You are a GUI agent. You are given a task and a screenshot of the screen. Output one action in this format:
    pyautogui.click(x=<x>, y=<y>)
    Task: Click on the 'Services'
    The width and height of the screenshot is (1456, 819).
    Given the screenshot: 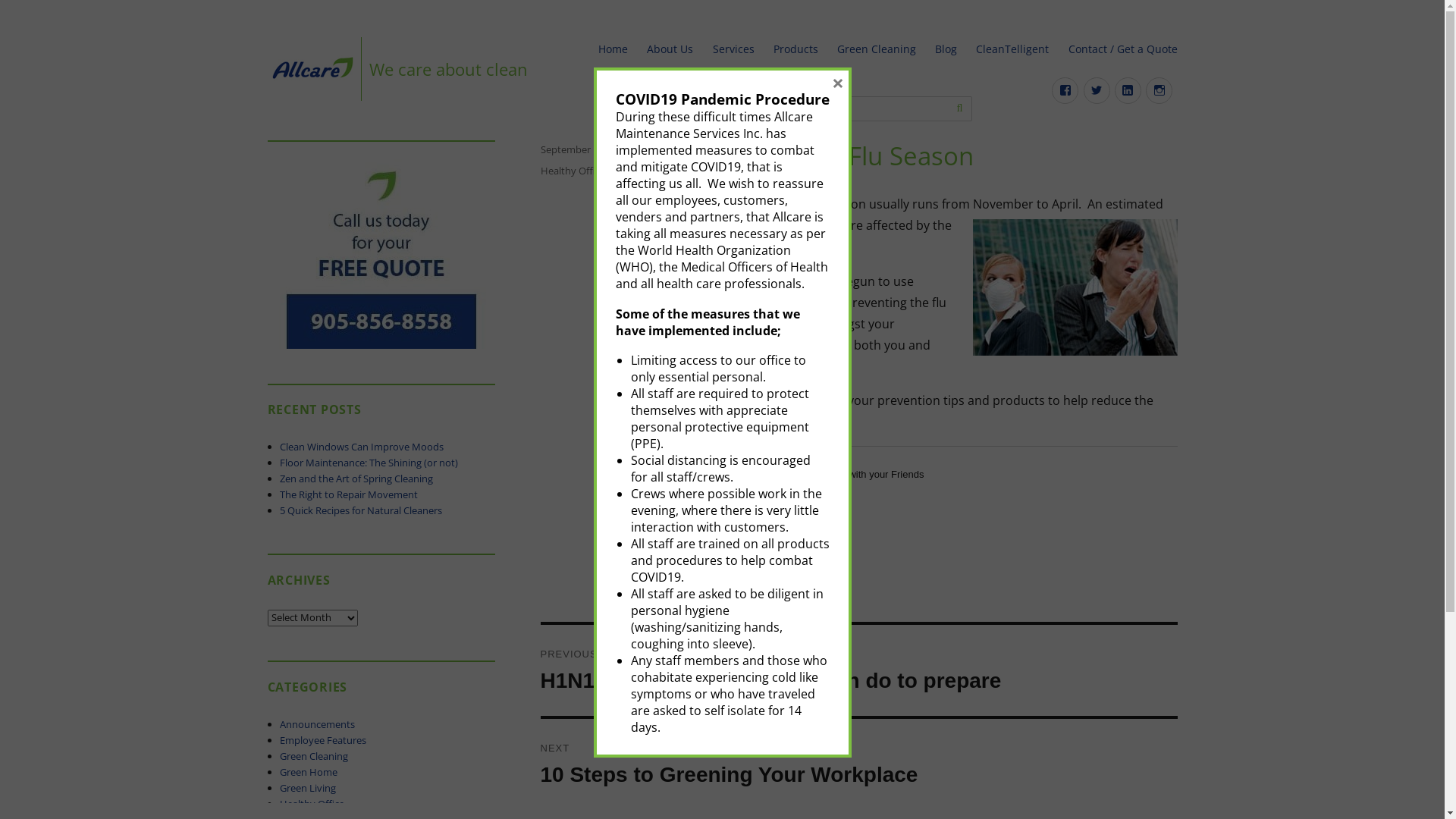 What is the action you would take?
    pyautogui.click(x=701, y=49)
    